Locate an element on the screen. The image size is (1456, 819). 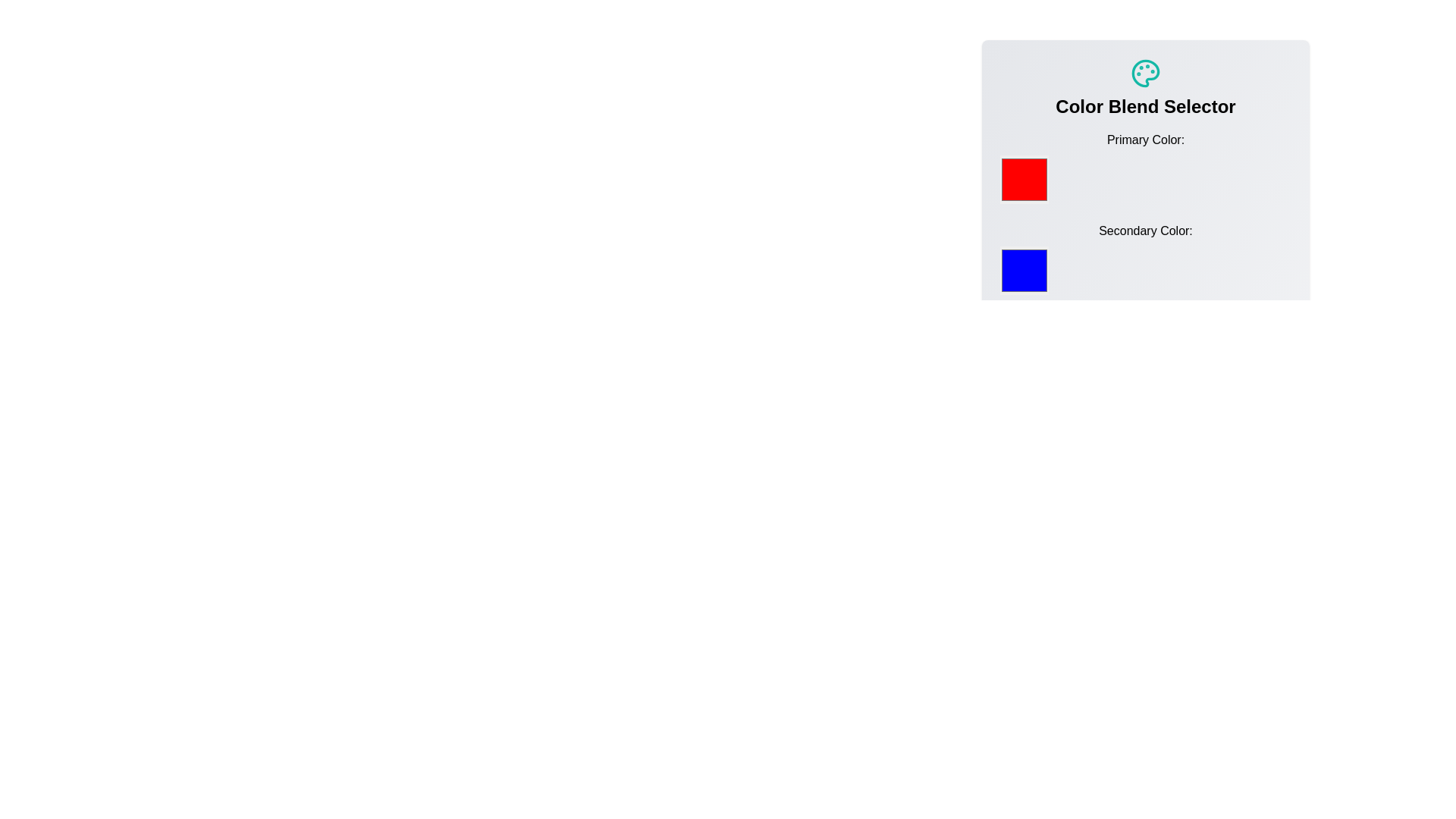
the square color selector with a red fill, located under the 'Primary Color:' label, to prepare for further interaction is located at coordinates (1024, 178).